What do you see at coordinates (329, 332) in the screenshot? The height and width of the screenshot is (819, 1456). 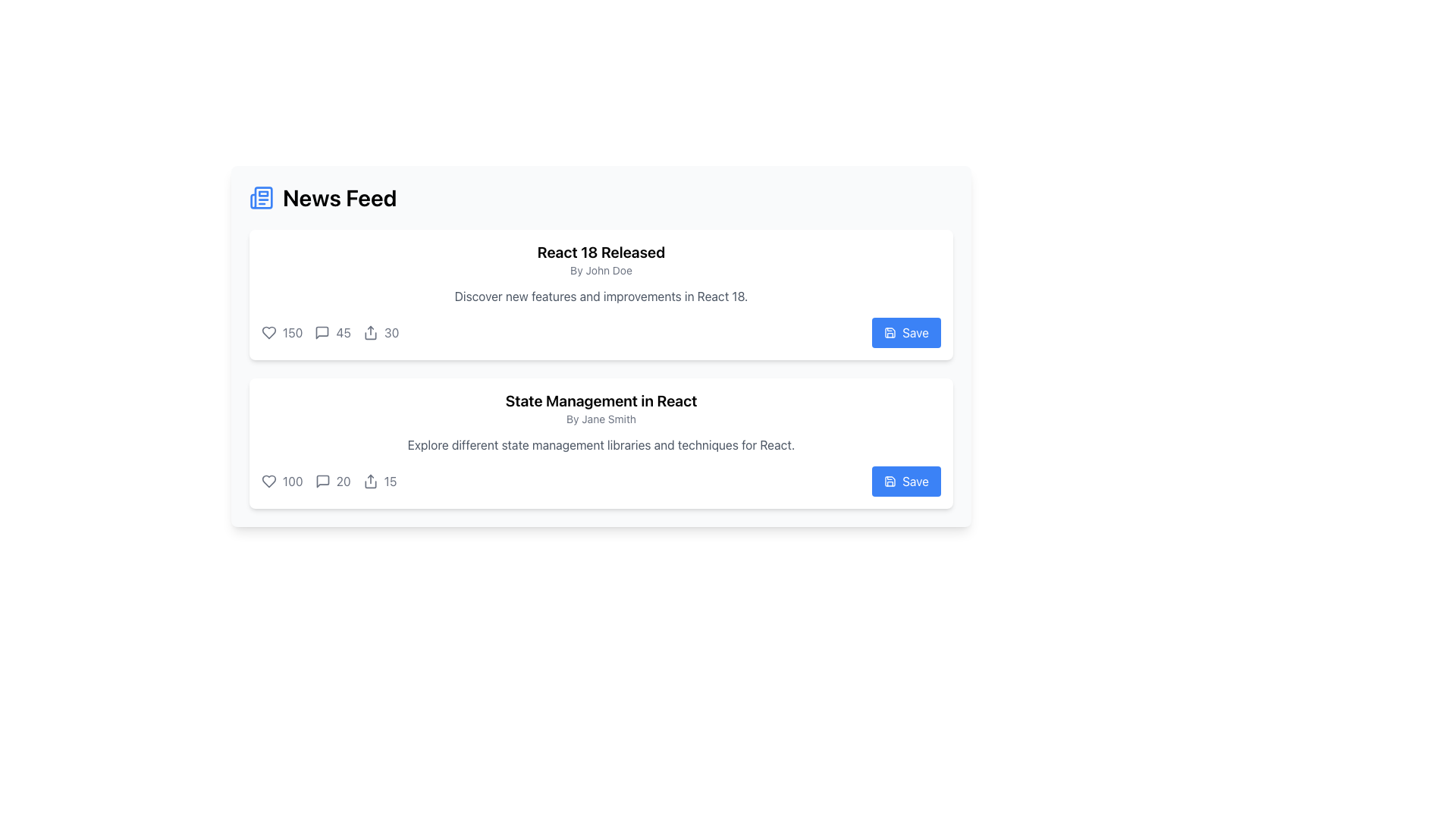 I see `the interactive statistics displaying component located at the bottom left of the first post in the news feed layout` at bounding box center [329, 332].